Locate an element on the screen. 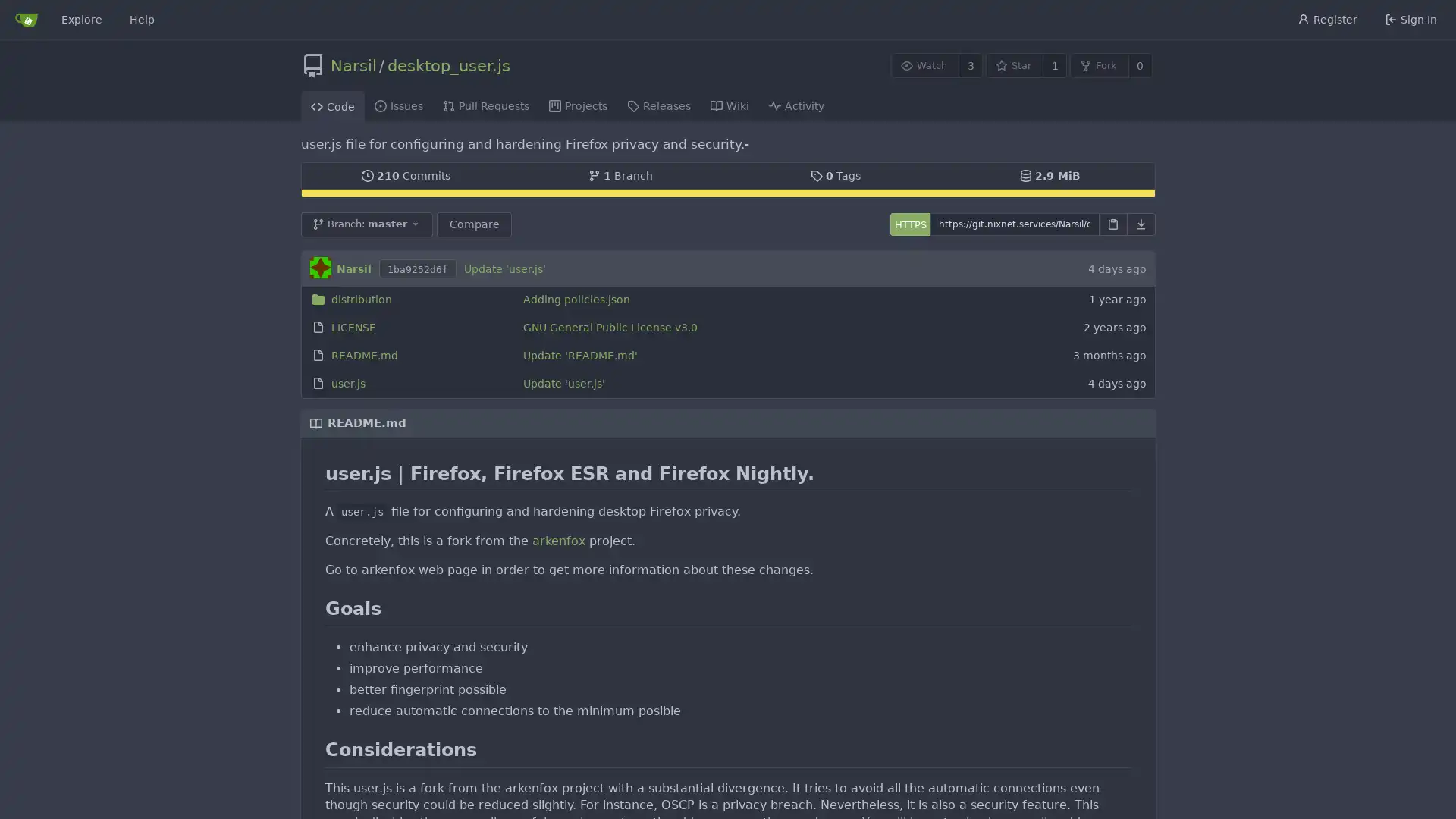 The height and width of the screenshot is (819, 1456). Compare is located at coordinates (472, 224).